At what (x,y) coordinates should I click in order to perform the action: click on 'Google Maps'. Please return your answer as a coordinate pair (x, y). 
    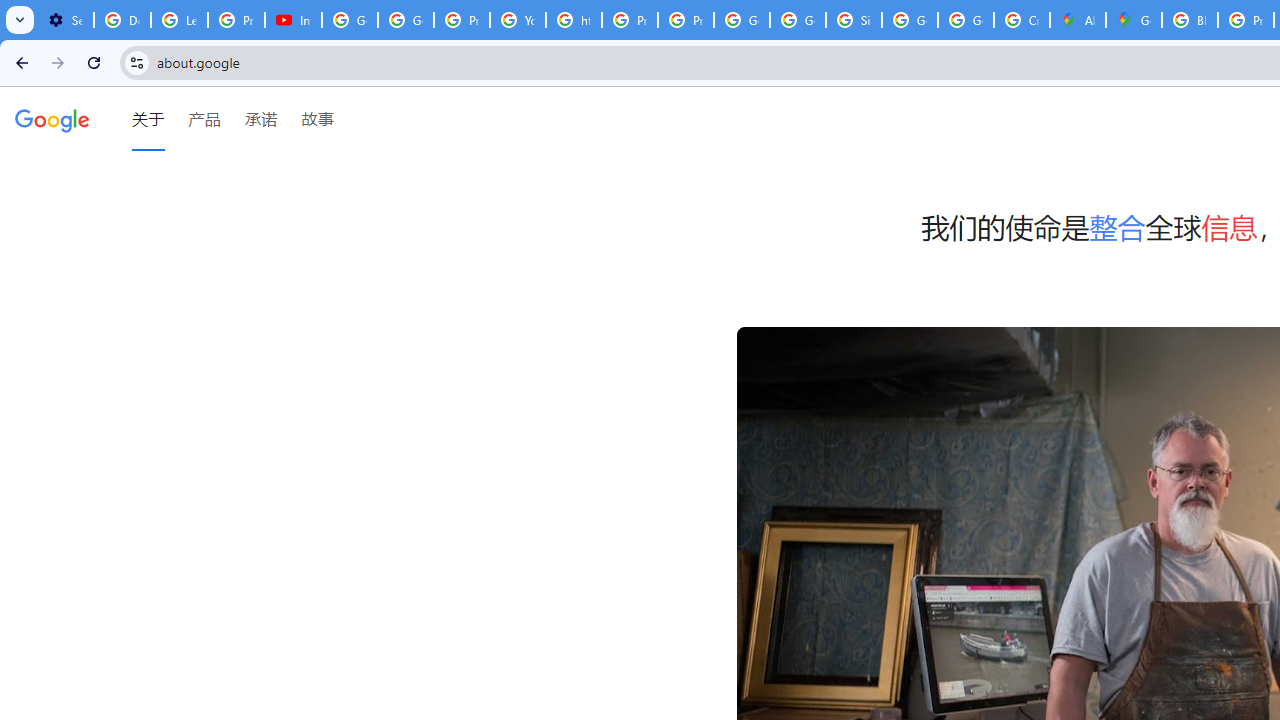
    Looking at the image, I should click on (1134, 20).